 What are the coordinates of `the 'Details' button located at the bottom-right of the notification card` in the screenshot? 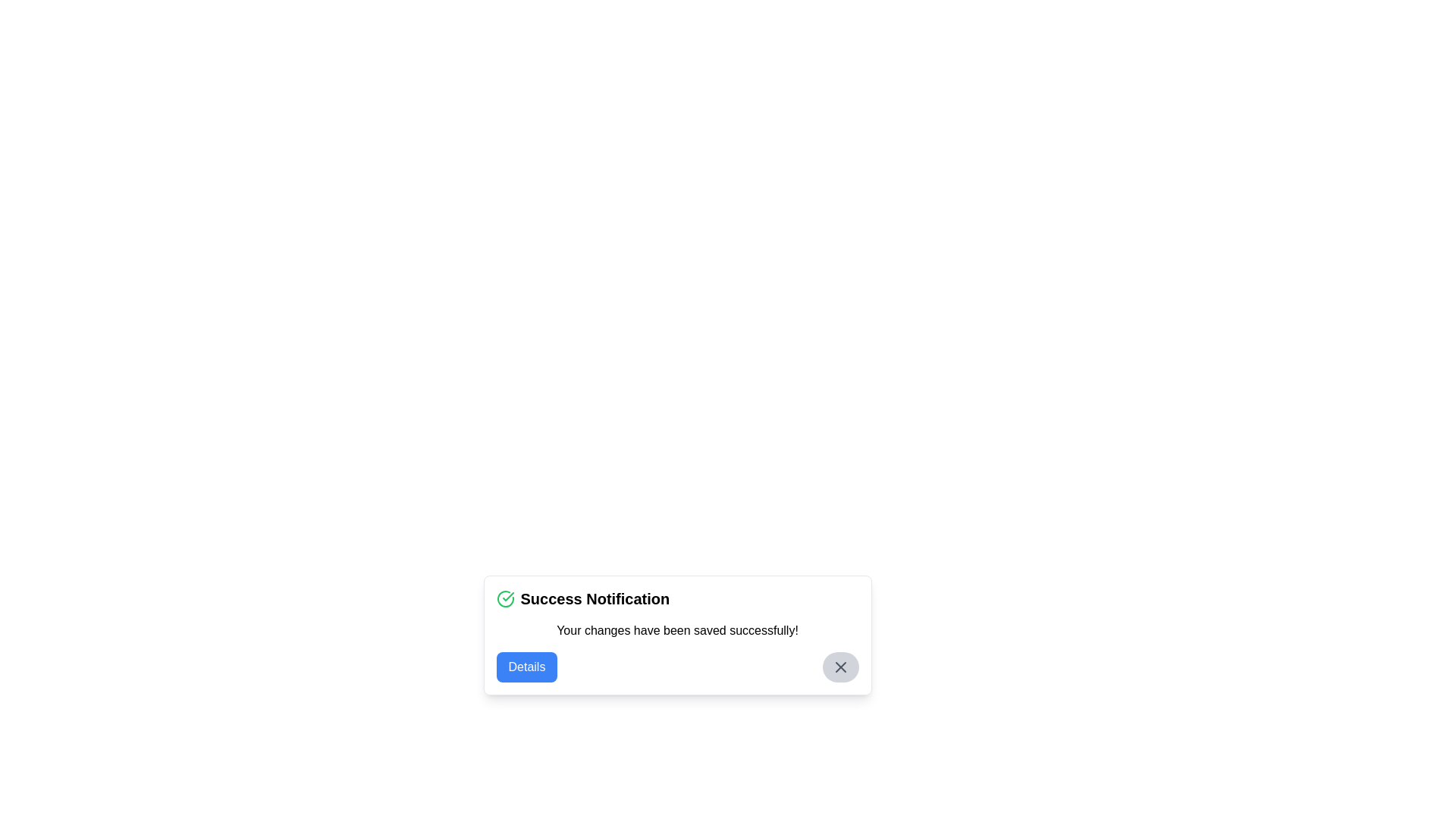 It's located at (527, 666).